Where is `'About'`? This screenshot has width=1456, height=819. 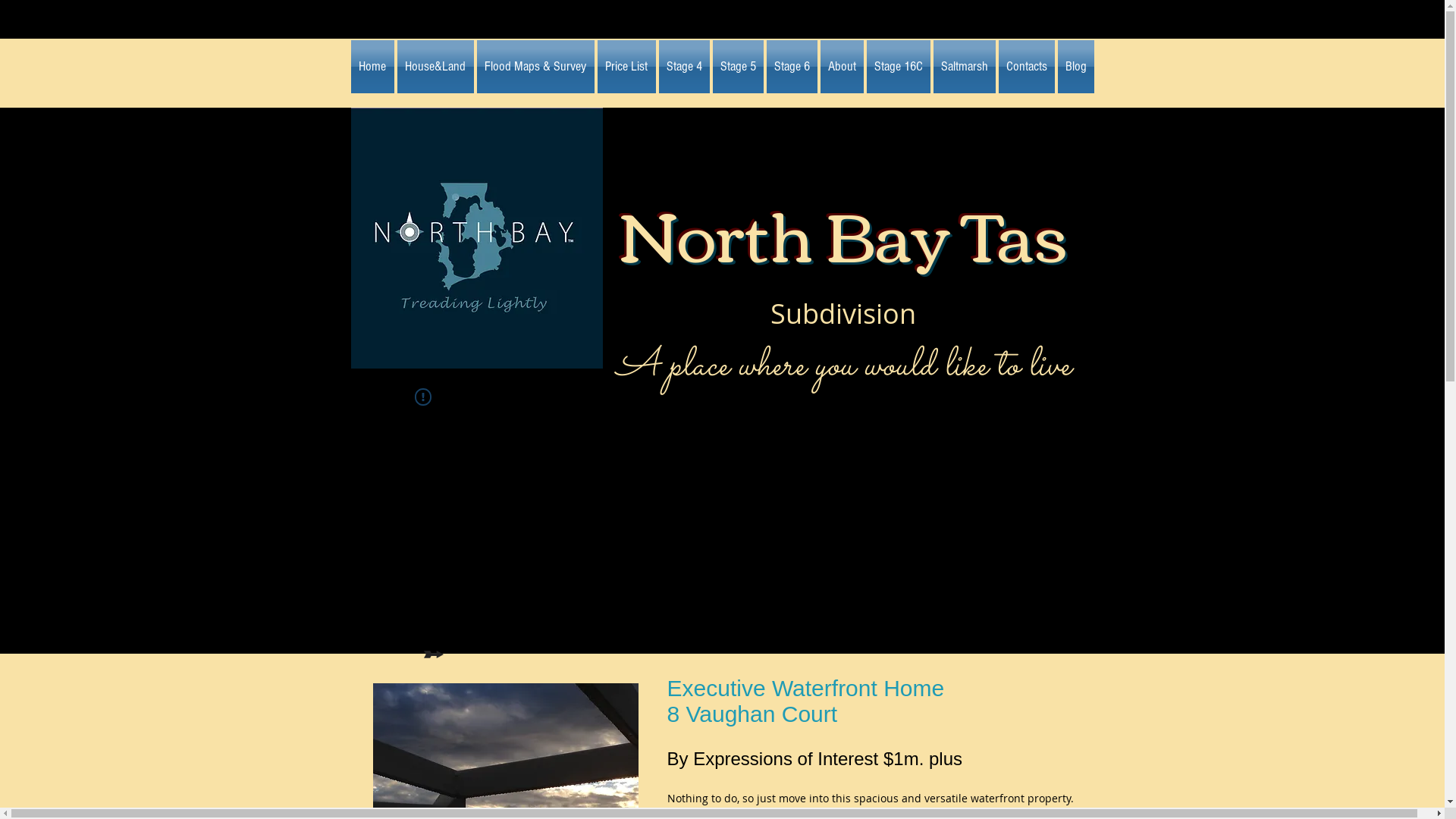
'About' is located at coordinates (818, 66).